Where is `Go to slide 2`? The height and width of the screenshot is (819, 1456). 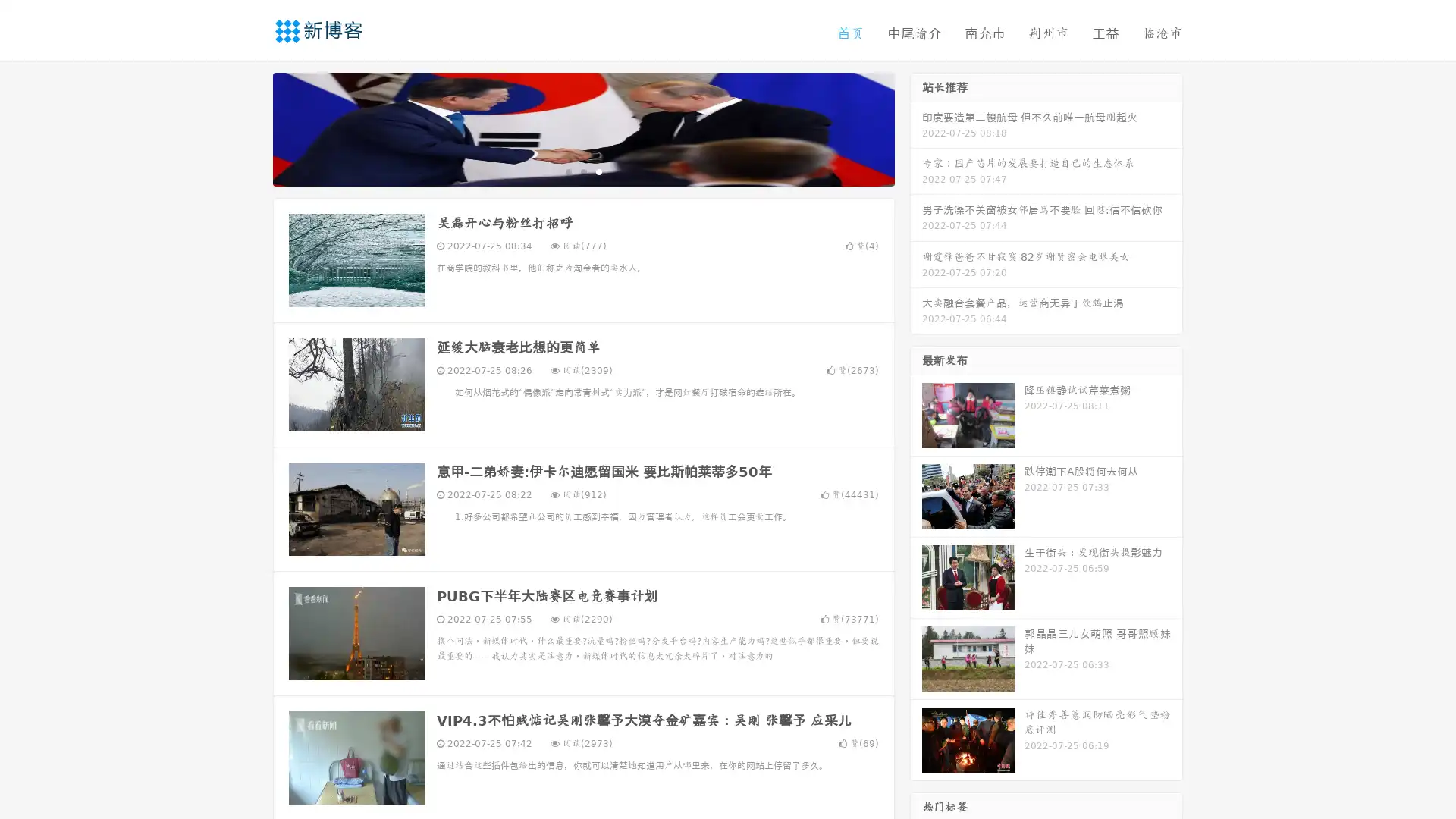
Go to slide 2 is located at coordinates (582, 171).